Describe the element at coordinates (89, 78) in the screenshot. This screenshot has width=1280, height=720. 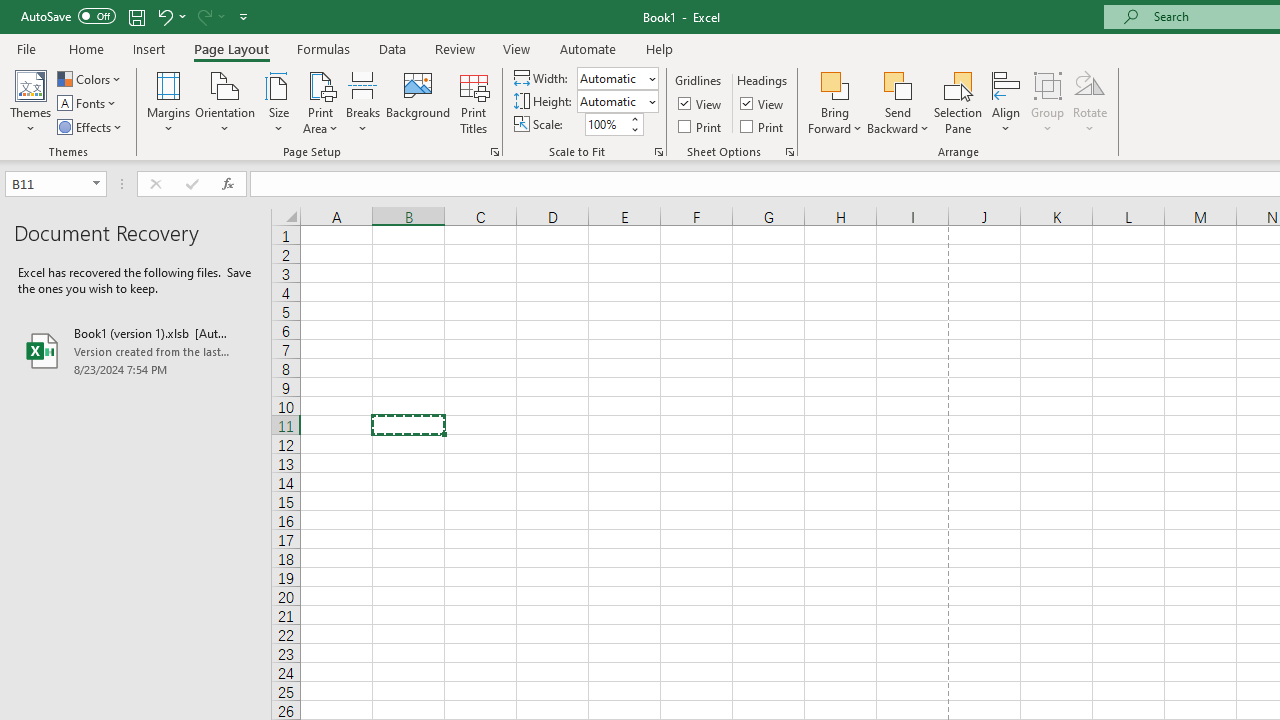
I see `'Colors'` at that location.